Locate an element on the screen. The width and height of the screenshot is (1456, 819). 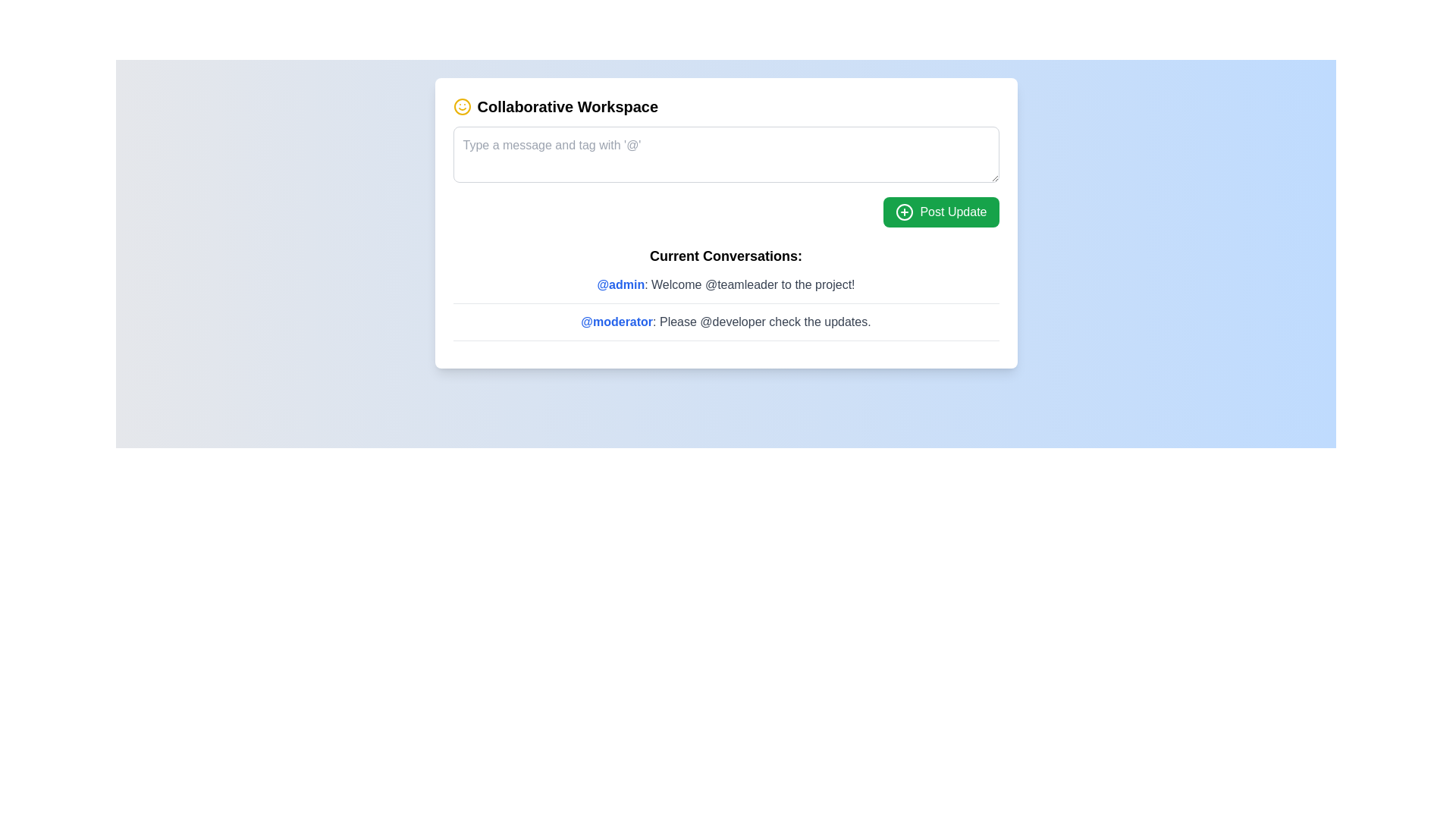
the green 'Post Update' button with rounded corners and a plus sign icon to post an update is located at coordinates (940, 212).